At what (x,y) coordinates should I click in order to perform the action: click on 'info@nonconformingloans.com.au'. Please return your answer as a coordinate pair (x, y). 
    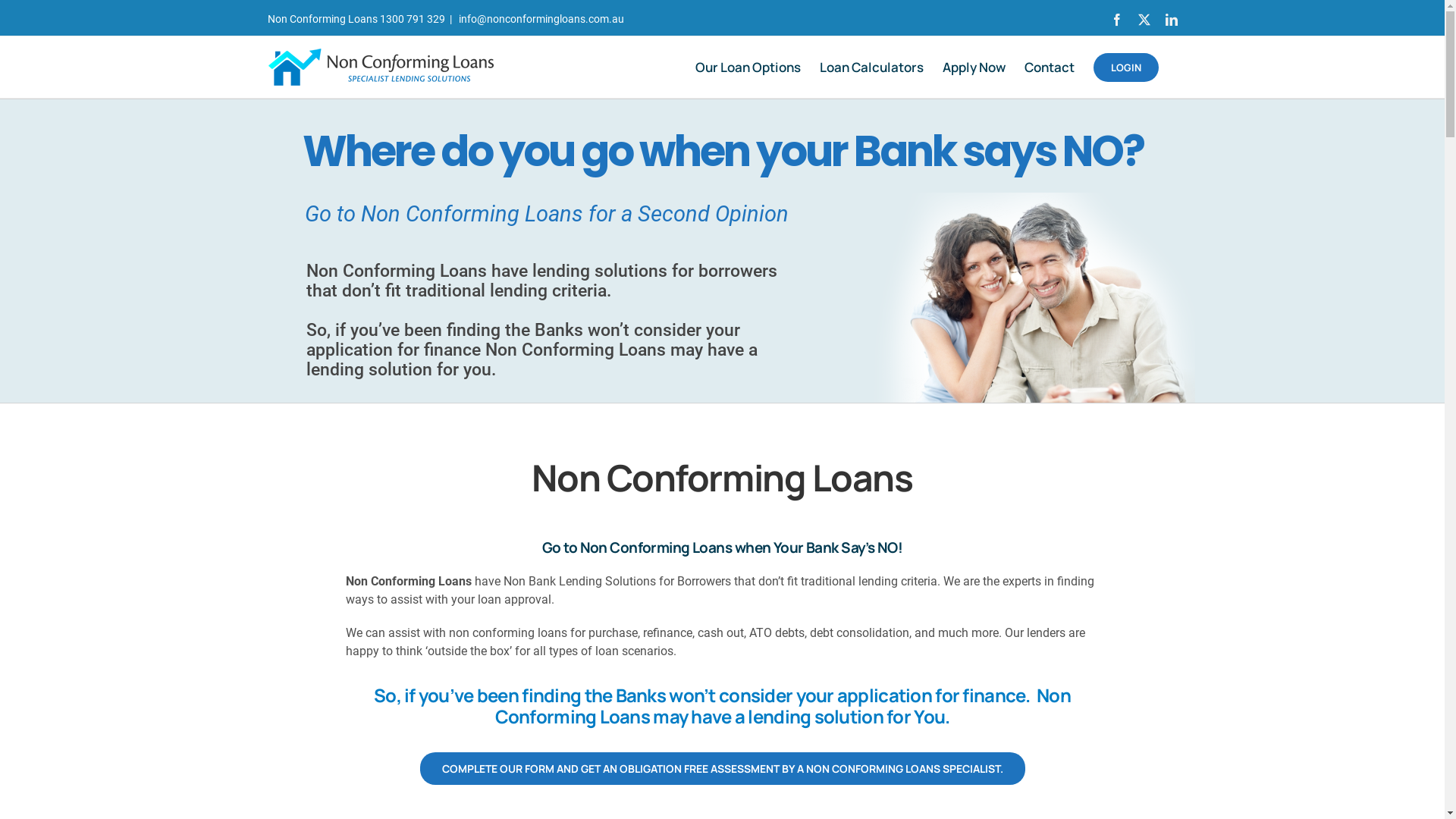
    Looking at the image, I should click on (540, 18).